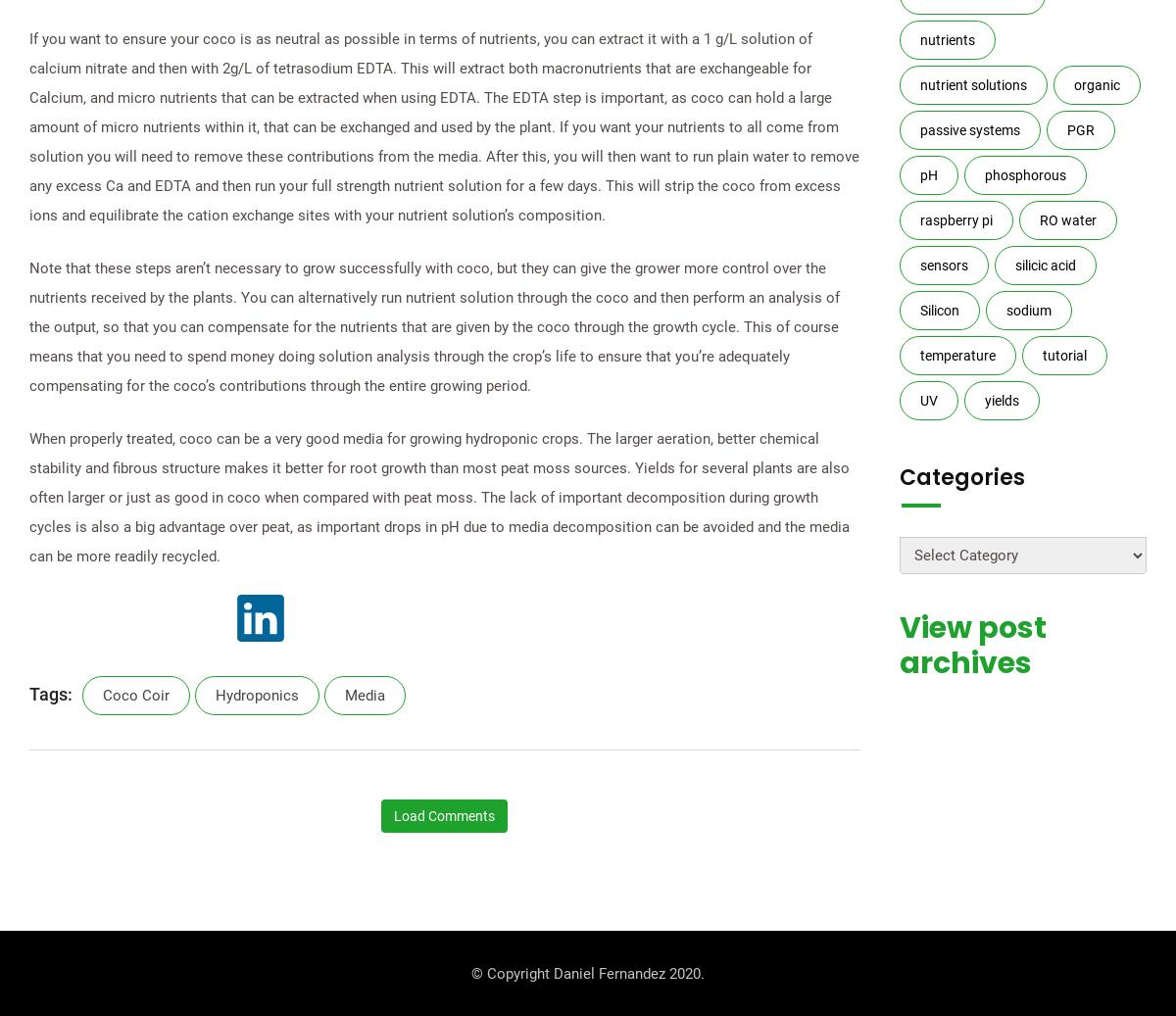 The height and width of the screenshot is (1016, 1176). What do you see at coordinates (1062, 354) in the screenshot?
I see `'tutorial'` at bounding box center [1062, 354].